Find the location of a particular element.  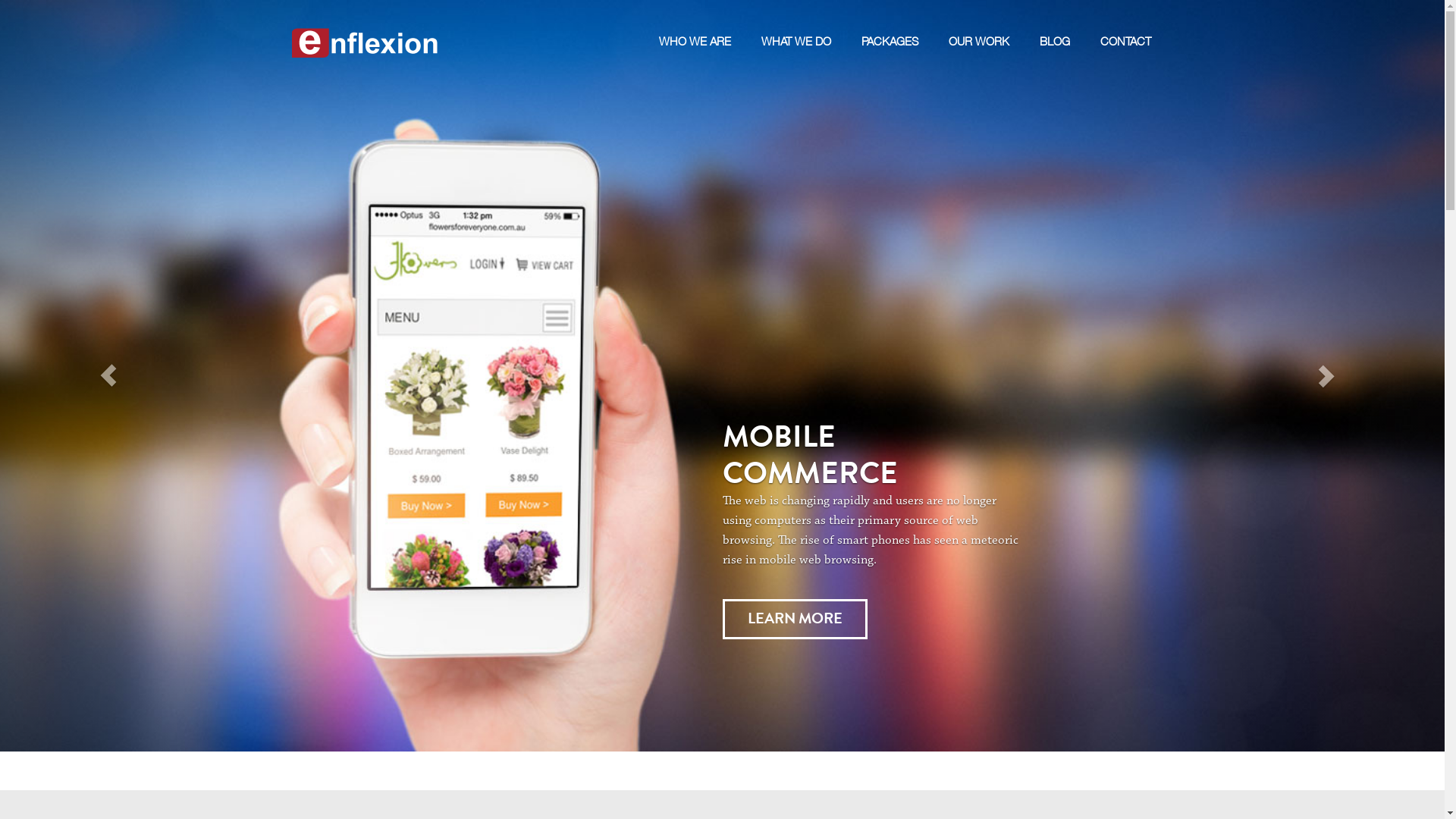

'CONTACT' is located at coordinates (1125, 24).